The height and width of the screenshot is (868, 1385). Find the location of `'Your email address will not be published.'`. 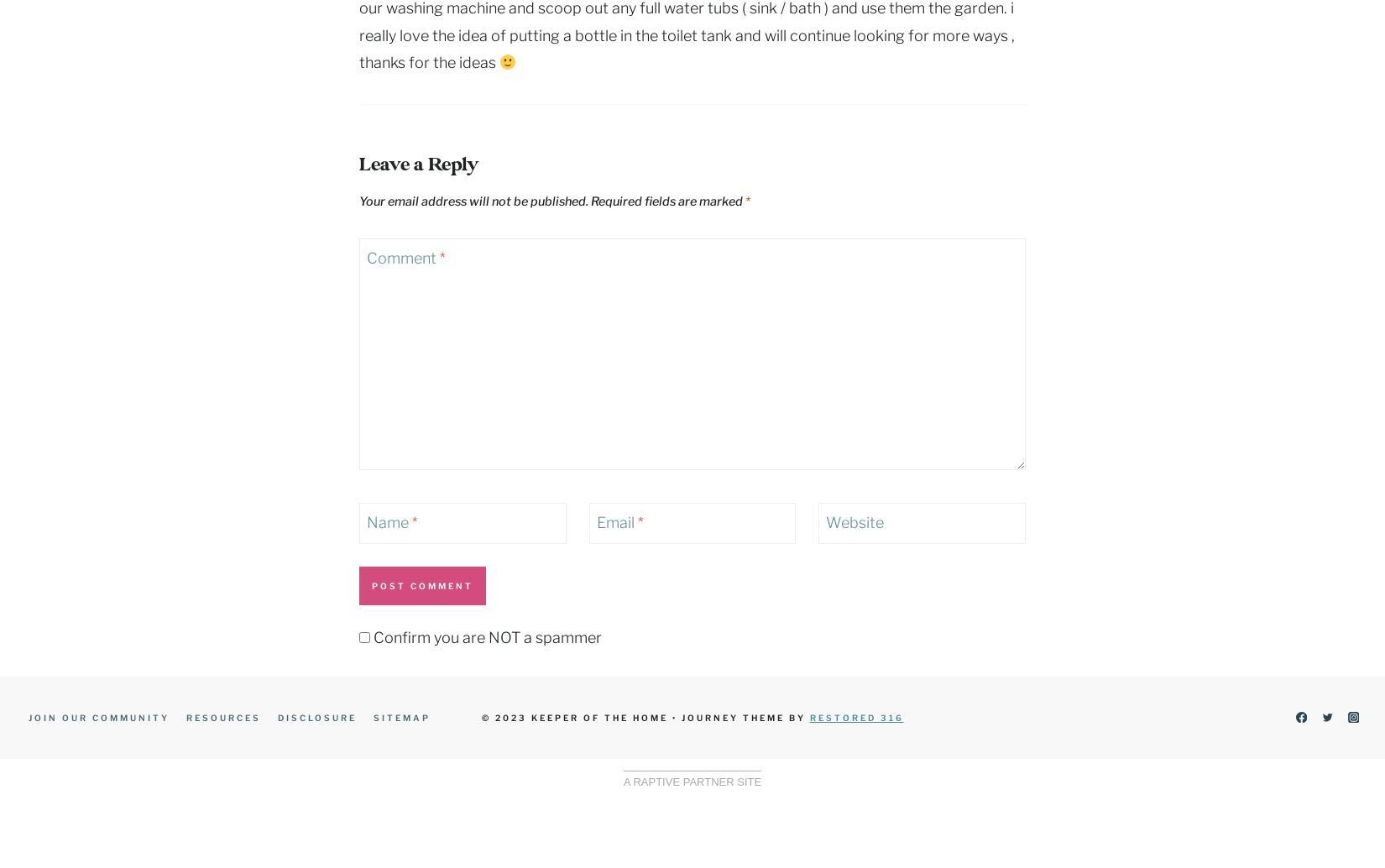

'Your email address will not be published.' is located at coordinates (473, 201).